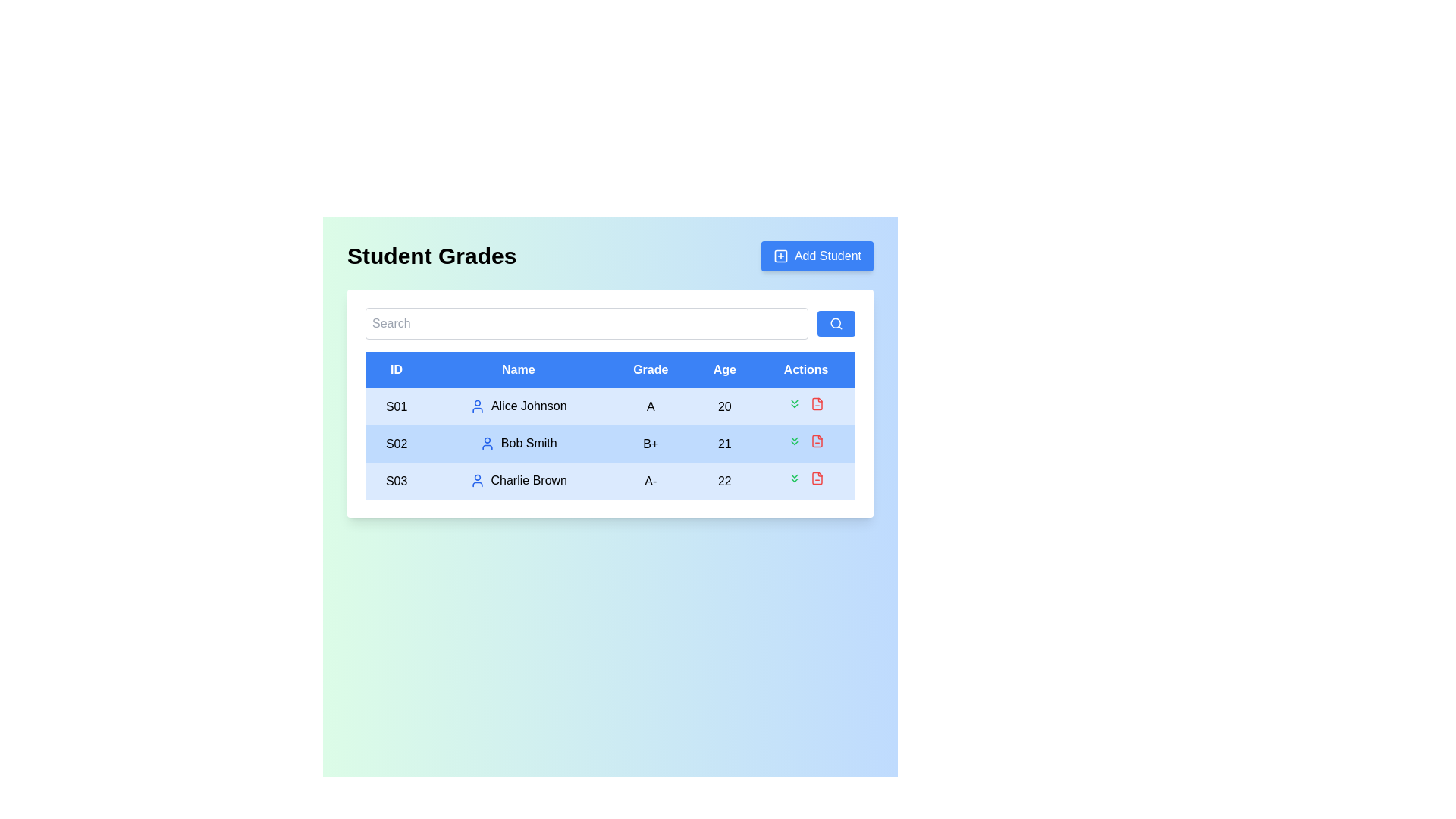 The height and width of the screenshot is (819, 1456). Describe the element at coordinates (651, 406) in the screenshot. I see `the text label indicating the grade 'A' for the student Alice Johnson, located in the third column of the first row in the table` at that location.